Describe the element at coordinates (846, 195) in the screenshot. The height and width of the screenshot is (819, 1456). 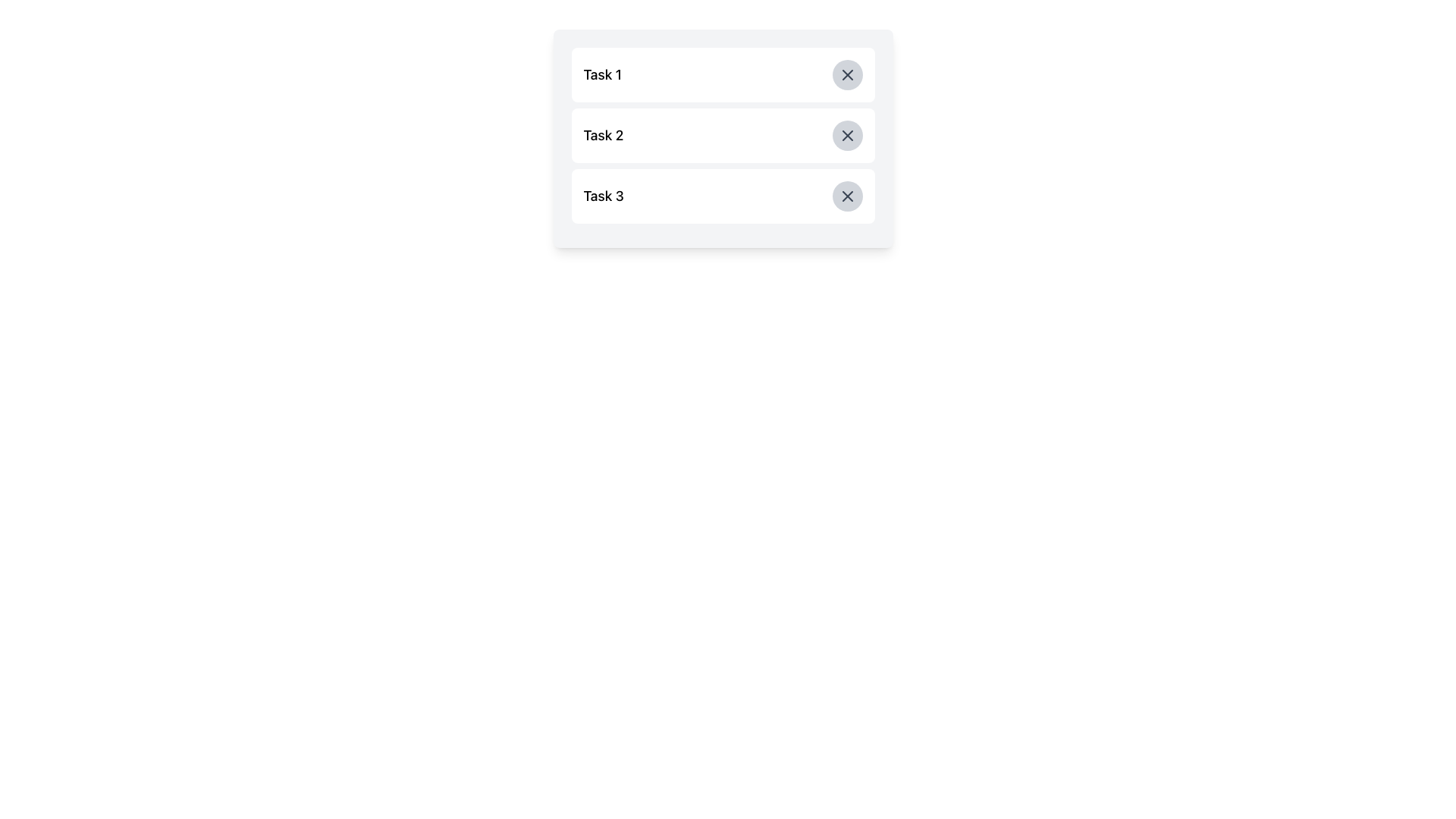
I see `the circular button with a gray background and a cross-shaped icon in the center, located in the 'Task 3' row` at that location.